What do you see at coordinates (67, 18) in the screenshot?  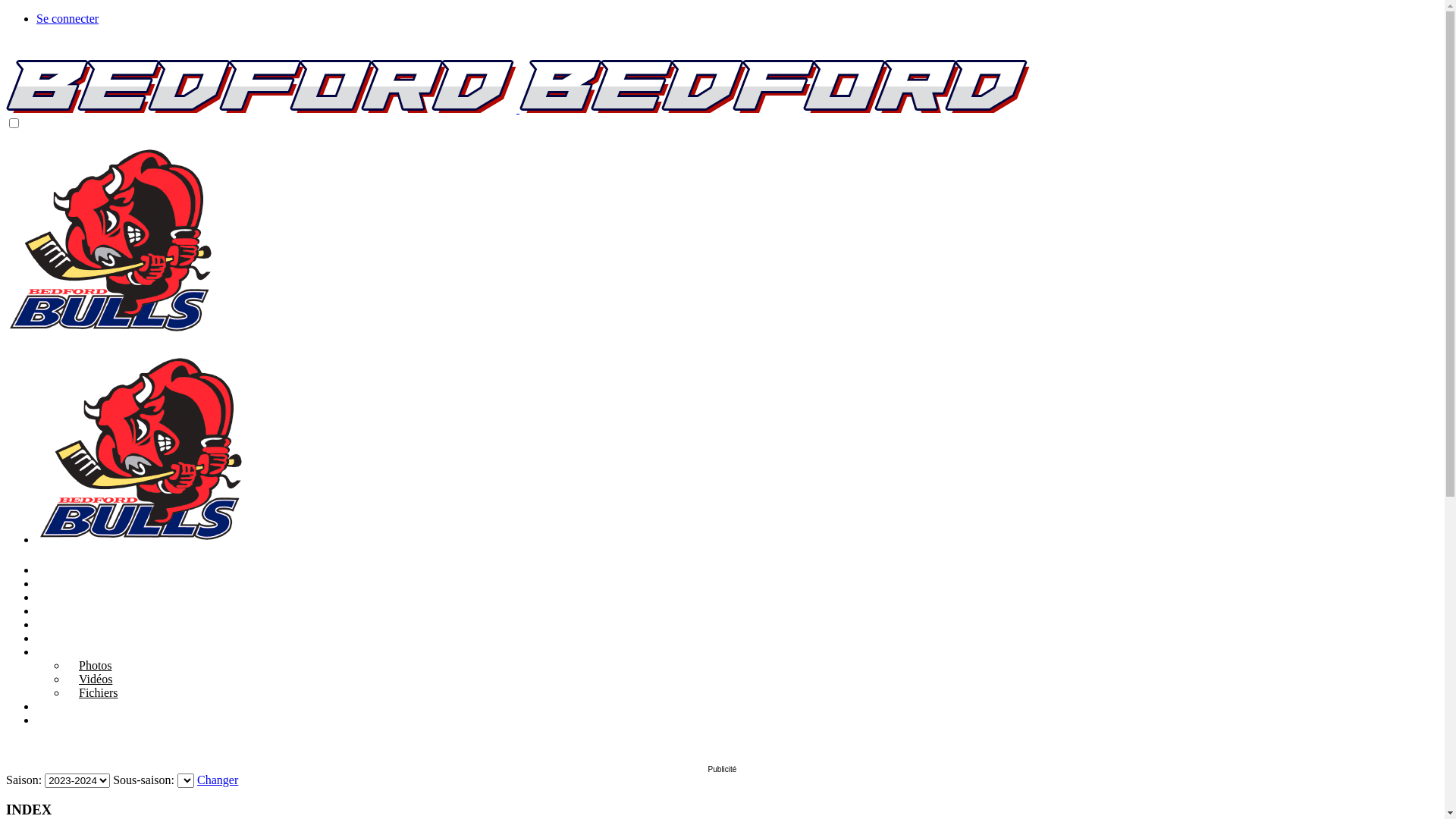 I see `'Se connecter'` at bounding box center [67, 18].